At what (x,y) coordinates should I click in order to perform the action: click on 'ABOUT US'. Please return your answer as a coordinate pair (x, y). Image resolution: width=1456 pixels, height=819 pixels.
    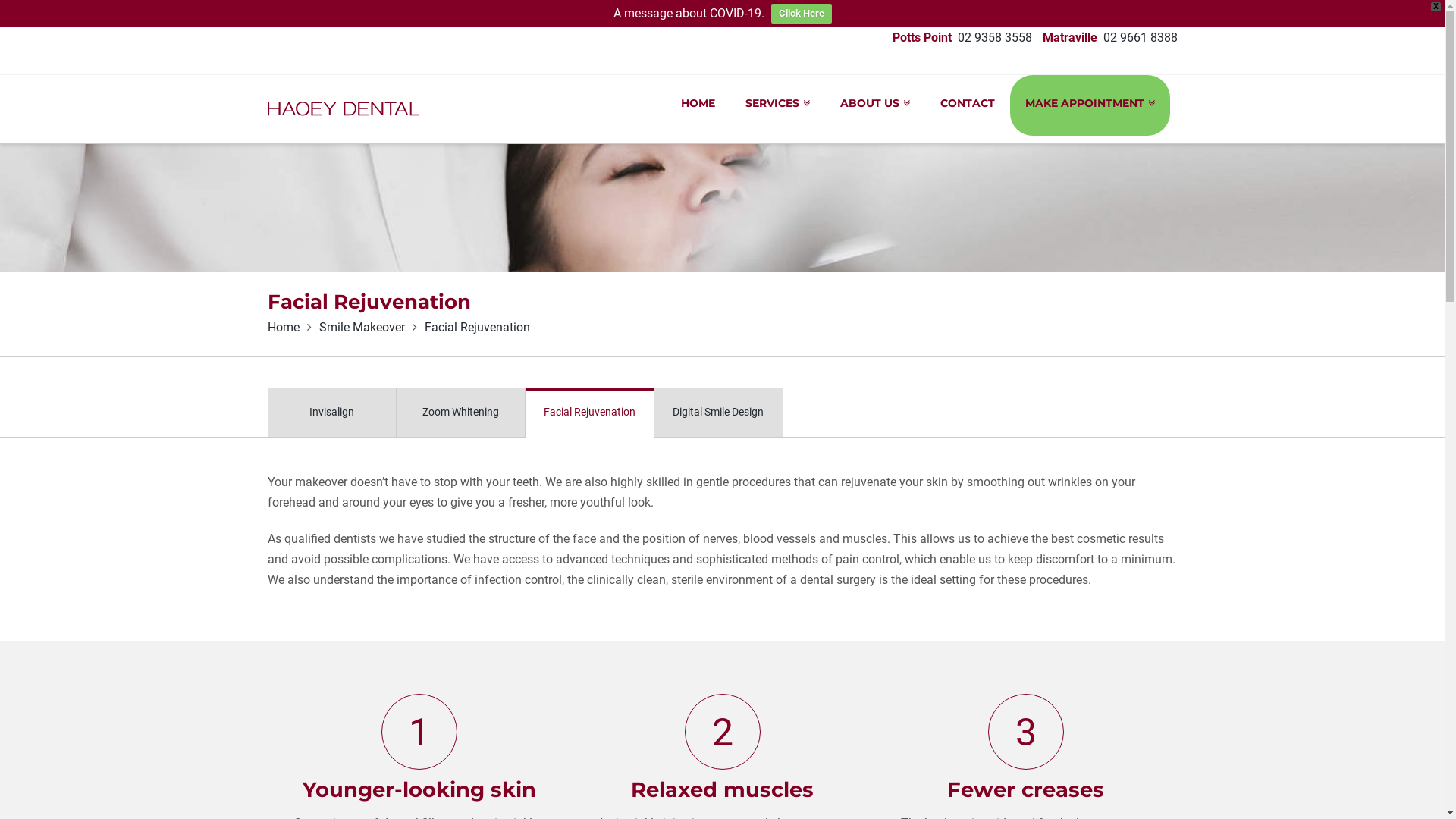
    Looking at the image, I should click on (874, 104).